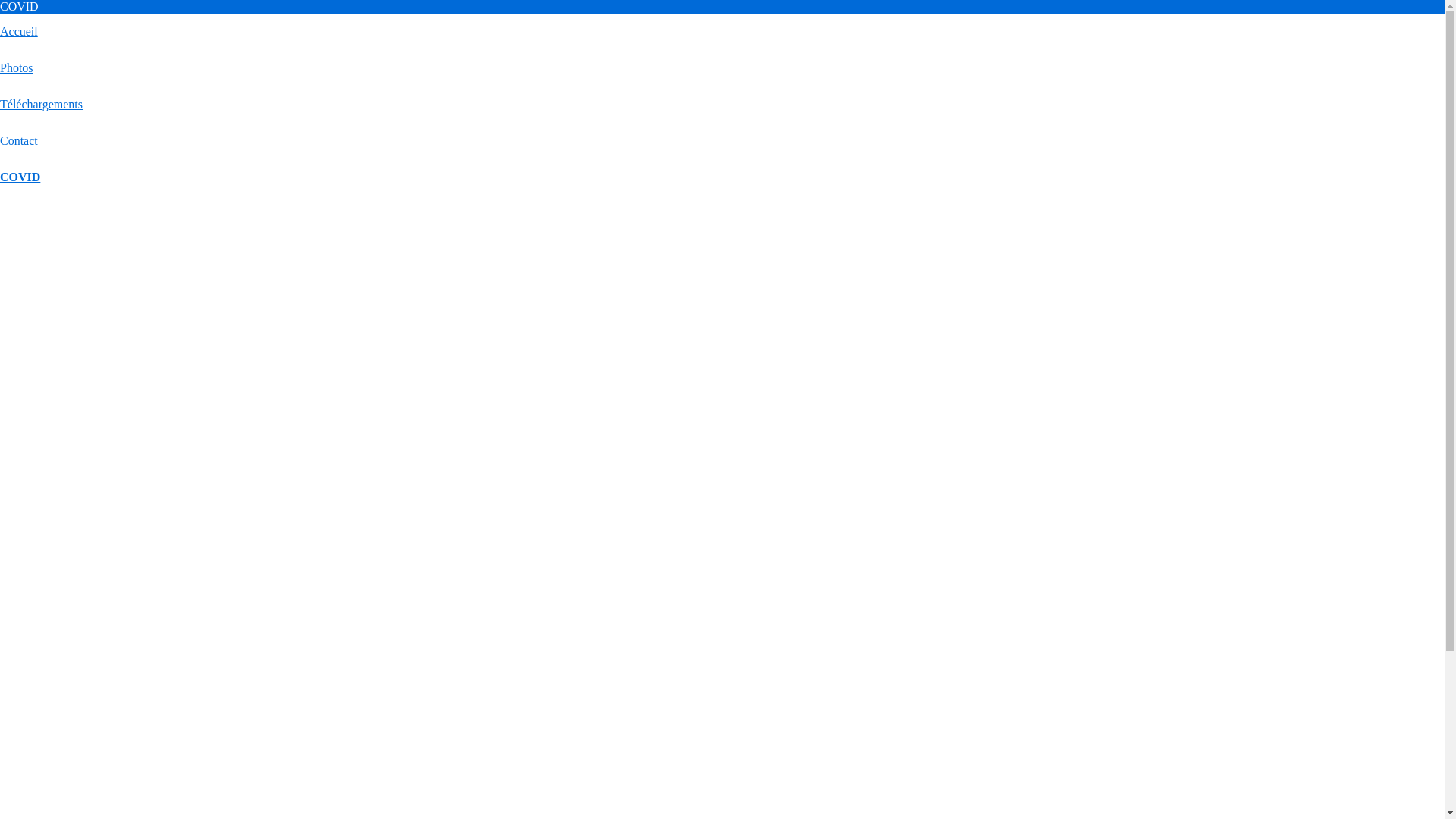  What do you see at coordinates (17, 67) in the screenshot?
I see `'Photos'` at bounding box center [17, 67].